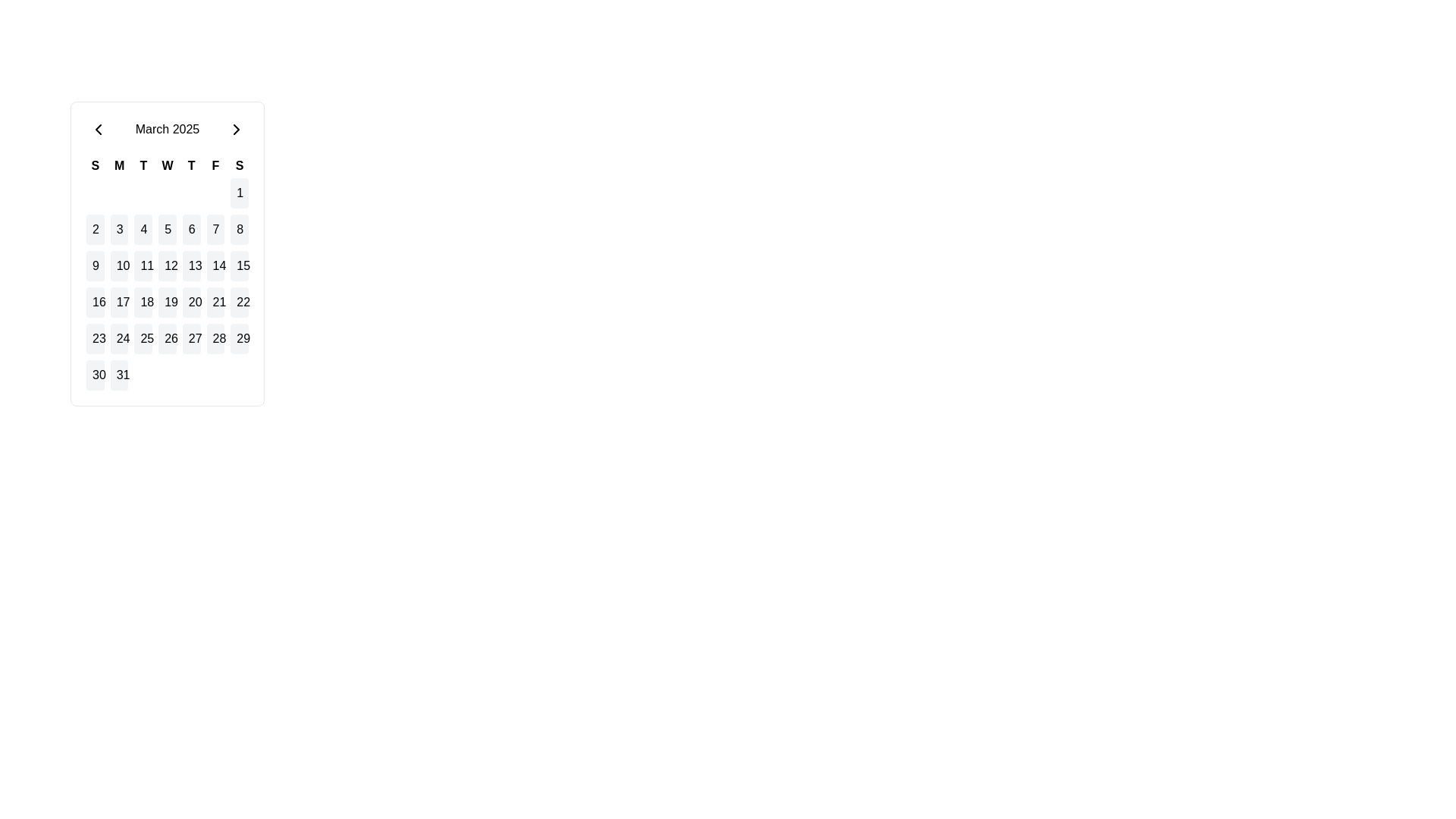  I want to click on the interactive calendar date picker button for the 7th day of the month located in the second week row and seventh column of the calendar interface, so click(215, 230).